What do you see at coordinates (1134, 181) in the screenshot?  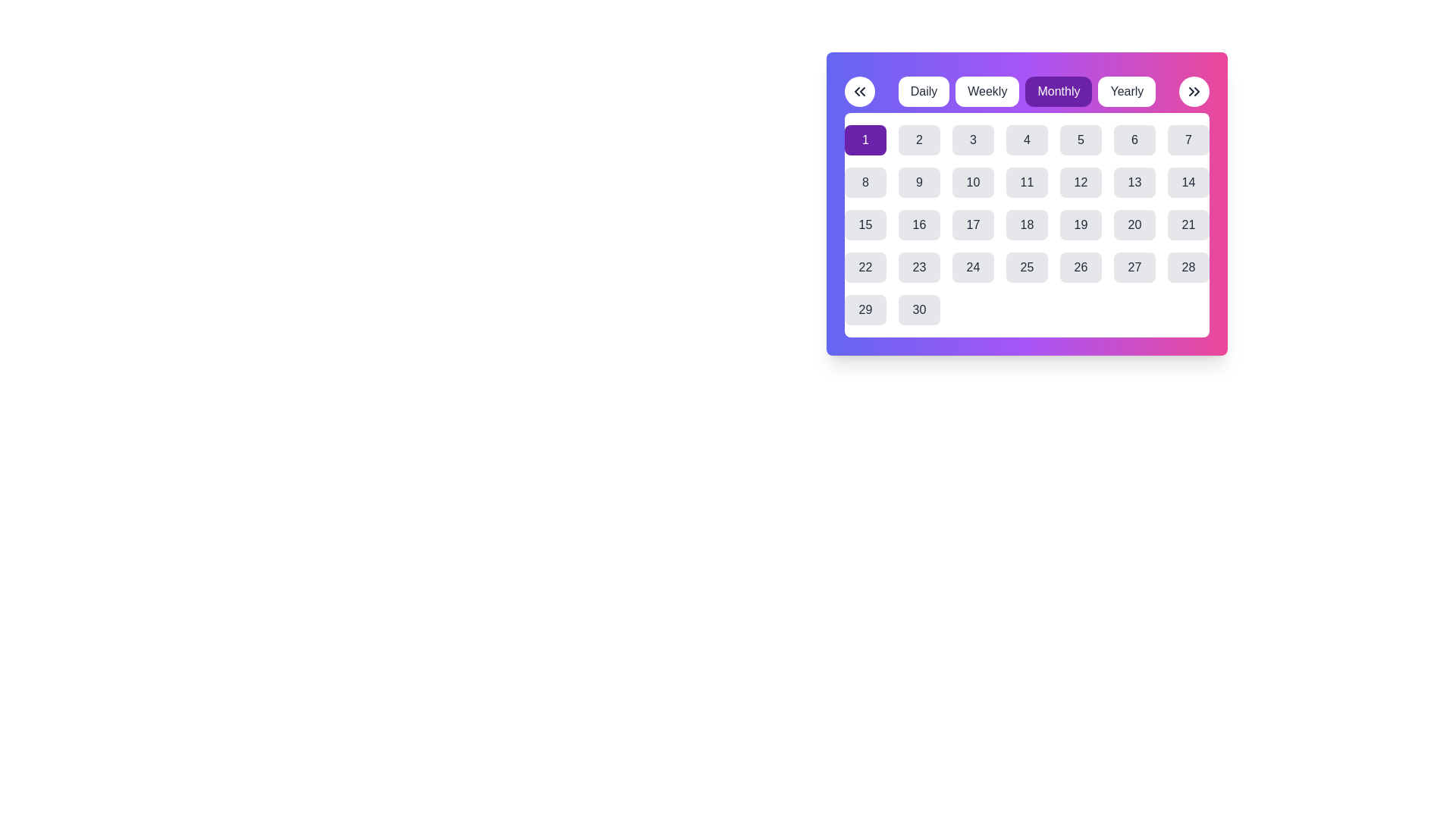 I see `the button displaying the number '13' with a light gray background, located in the second row of a date grid in the calendar interface` at bounding box center [1134, 181].